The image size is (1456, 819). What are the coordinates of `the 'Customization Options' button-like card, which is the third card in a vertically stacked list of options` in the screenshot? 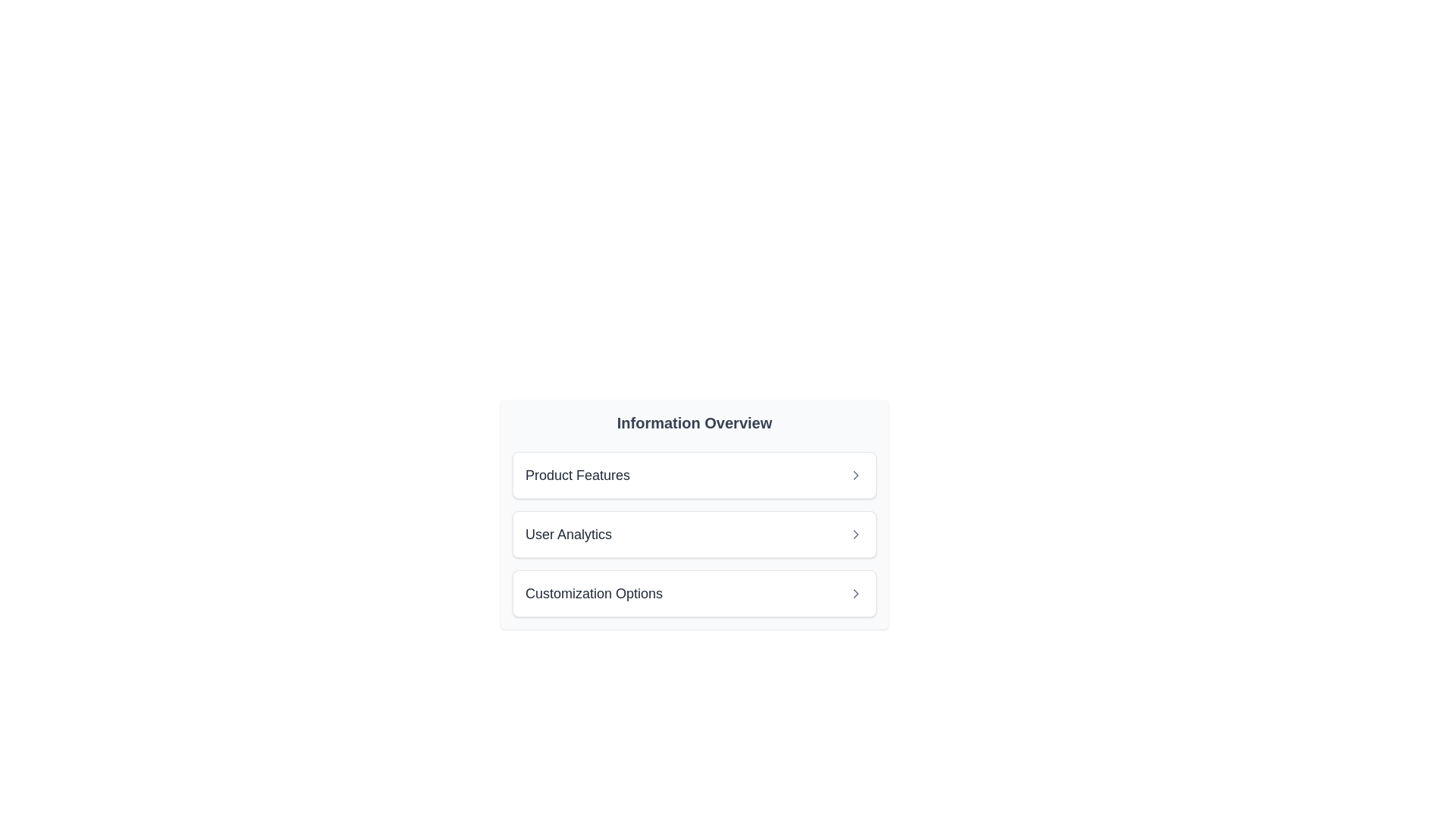 It's located at (694, 593).